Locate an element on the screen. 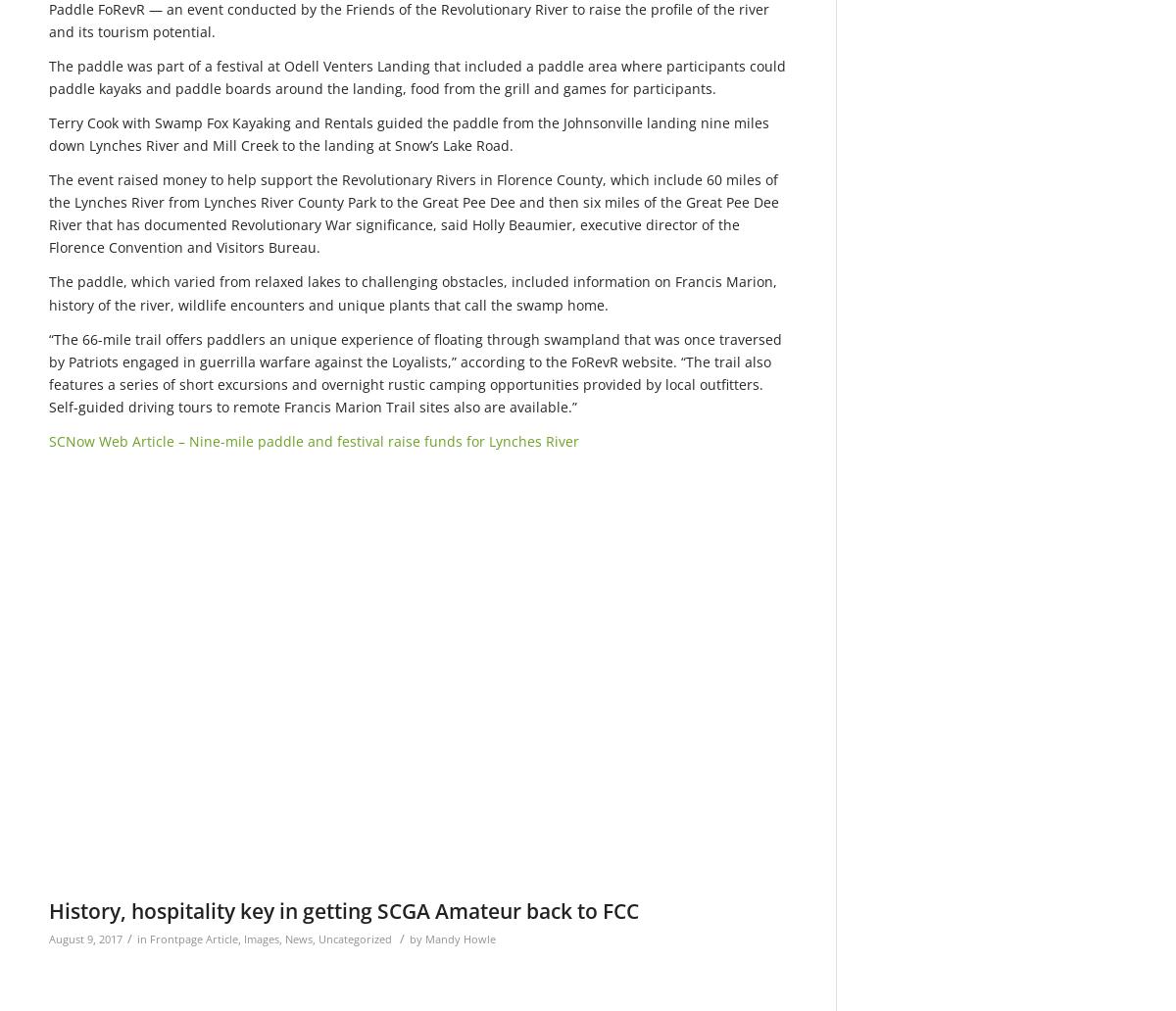 Image resolution: width=1176 pixels, height=1011 pixels. 'The paddle was part of a festival at Odell Venters Landing that included a paddle area where participants could paddle kayaks and paddle boards around the landing, food from the grill and games for participants.' is located at coordinates (417, 76).